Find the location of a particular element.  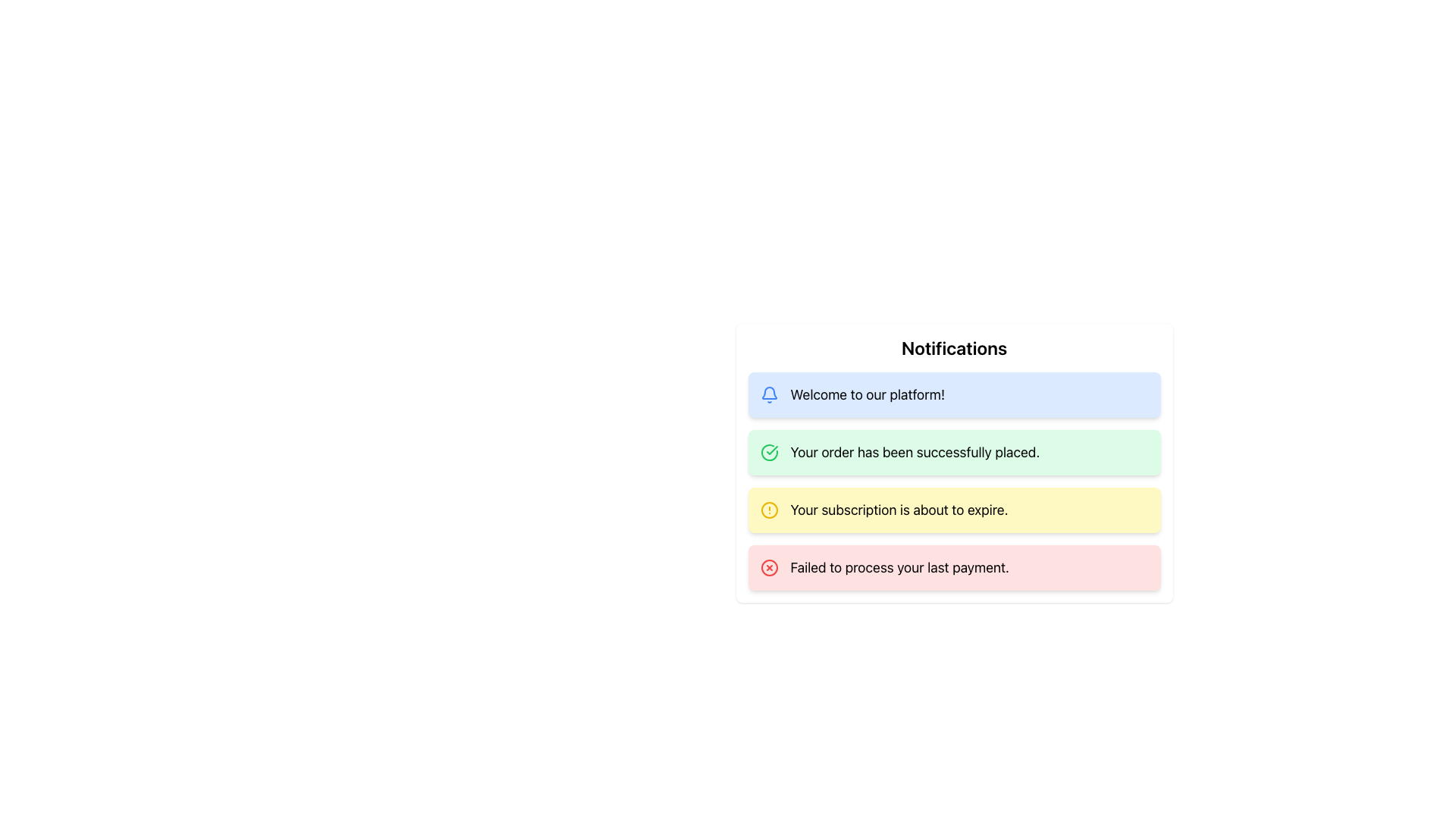

the text label that displays 'Welcome to our platform!' within the first notification block under the 'Notifications' section, which has a light blue background and features a notification bell icon to the left of the text is located at coordinates (868, 394).